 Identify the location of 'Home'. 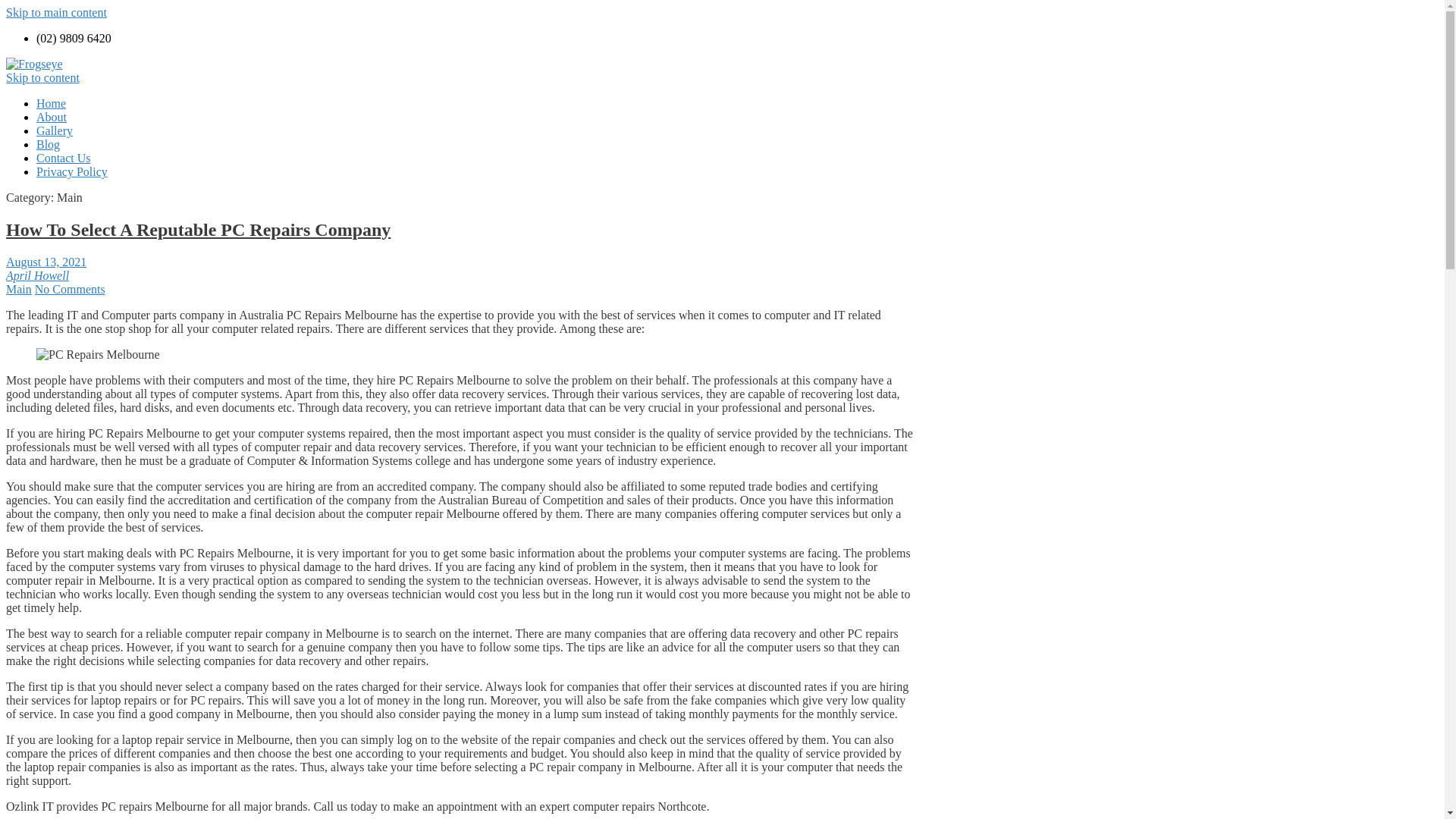
(51, 102).